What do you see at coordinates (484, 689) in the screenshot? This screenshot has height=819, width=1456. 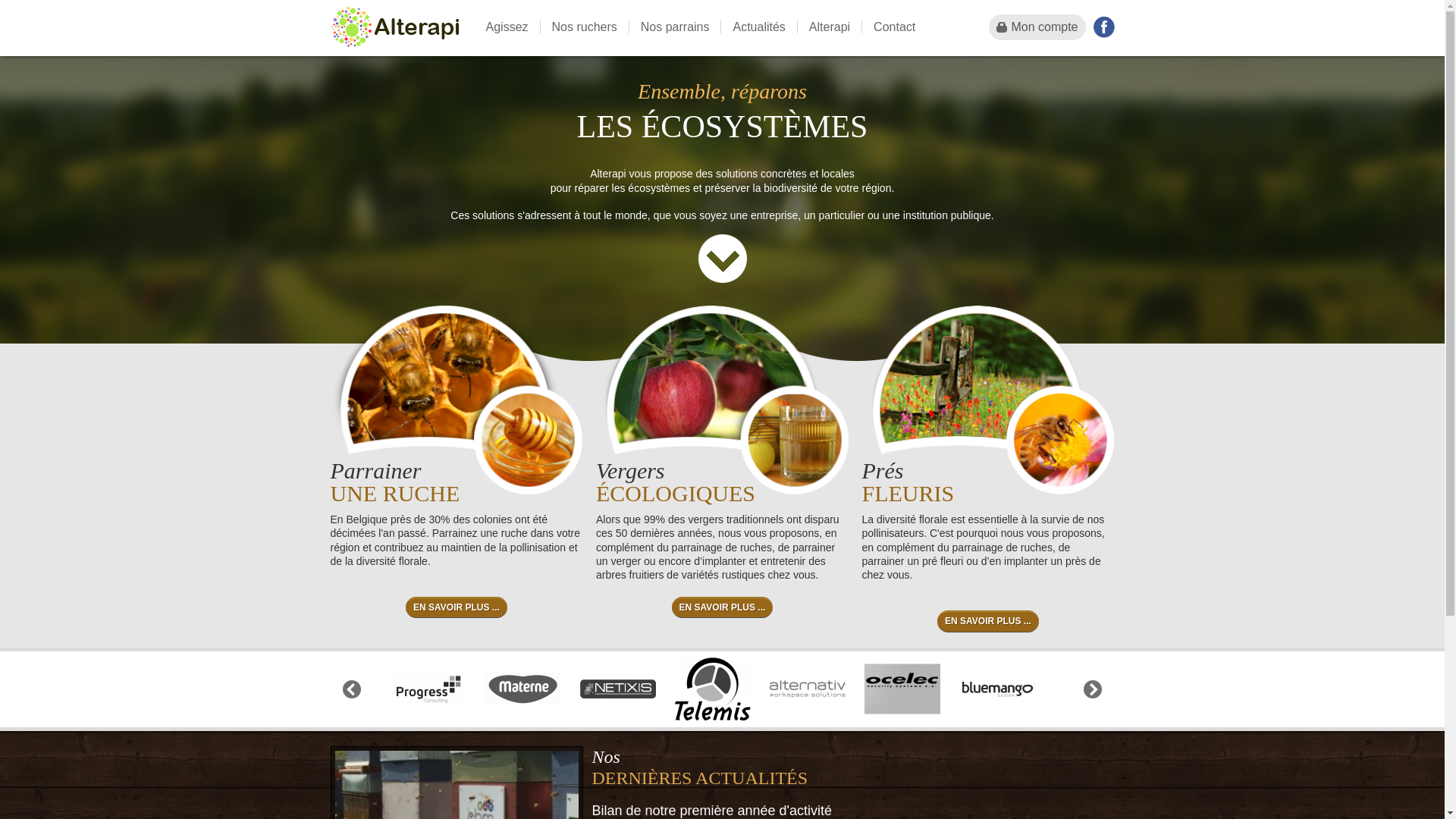 I see `'materne'` at bounding box center [484, 689].